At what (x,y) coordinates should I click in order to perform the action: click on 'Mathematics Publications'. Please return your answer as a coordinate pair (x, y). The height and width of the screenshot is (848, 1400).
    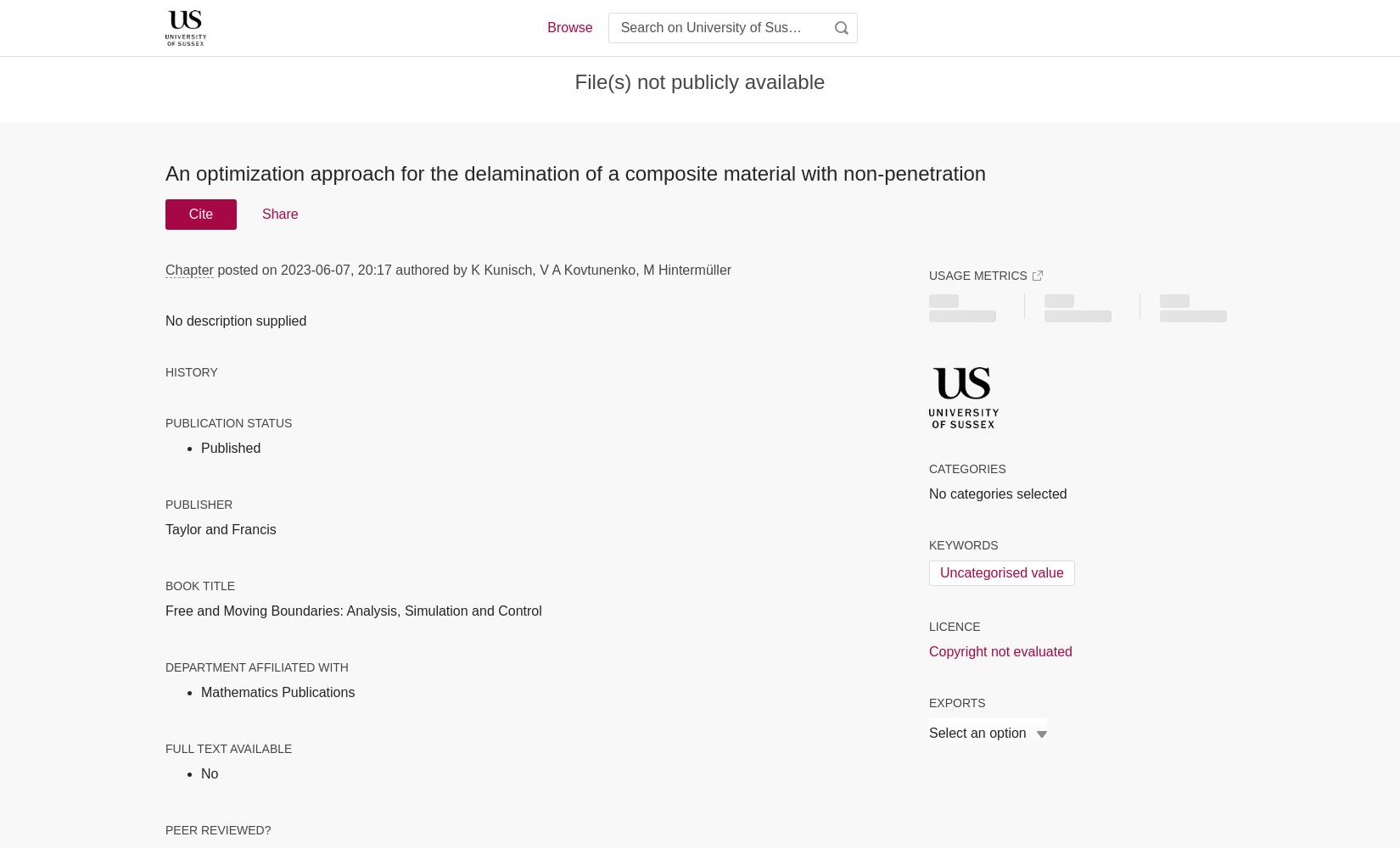
    Looking at the image, I should click on (200, 690).